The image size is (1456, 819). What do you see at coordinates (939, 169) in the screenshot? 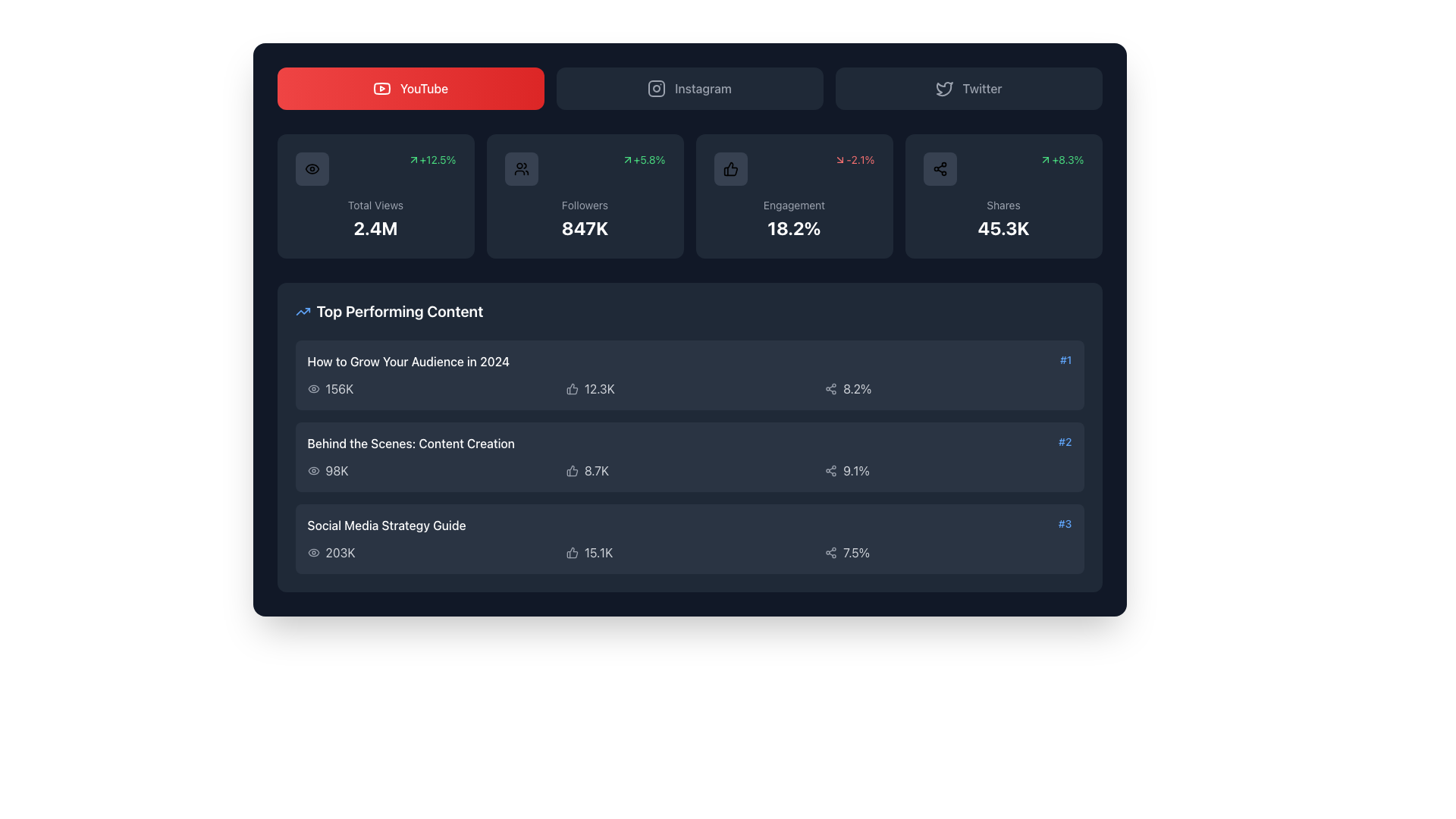
I see `the sharing icon` at bounding box center [939, 169].